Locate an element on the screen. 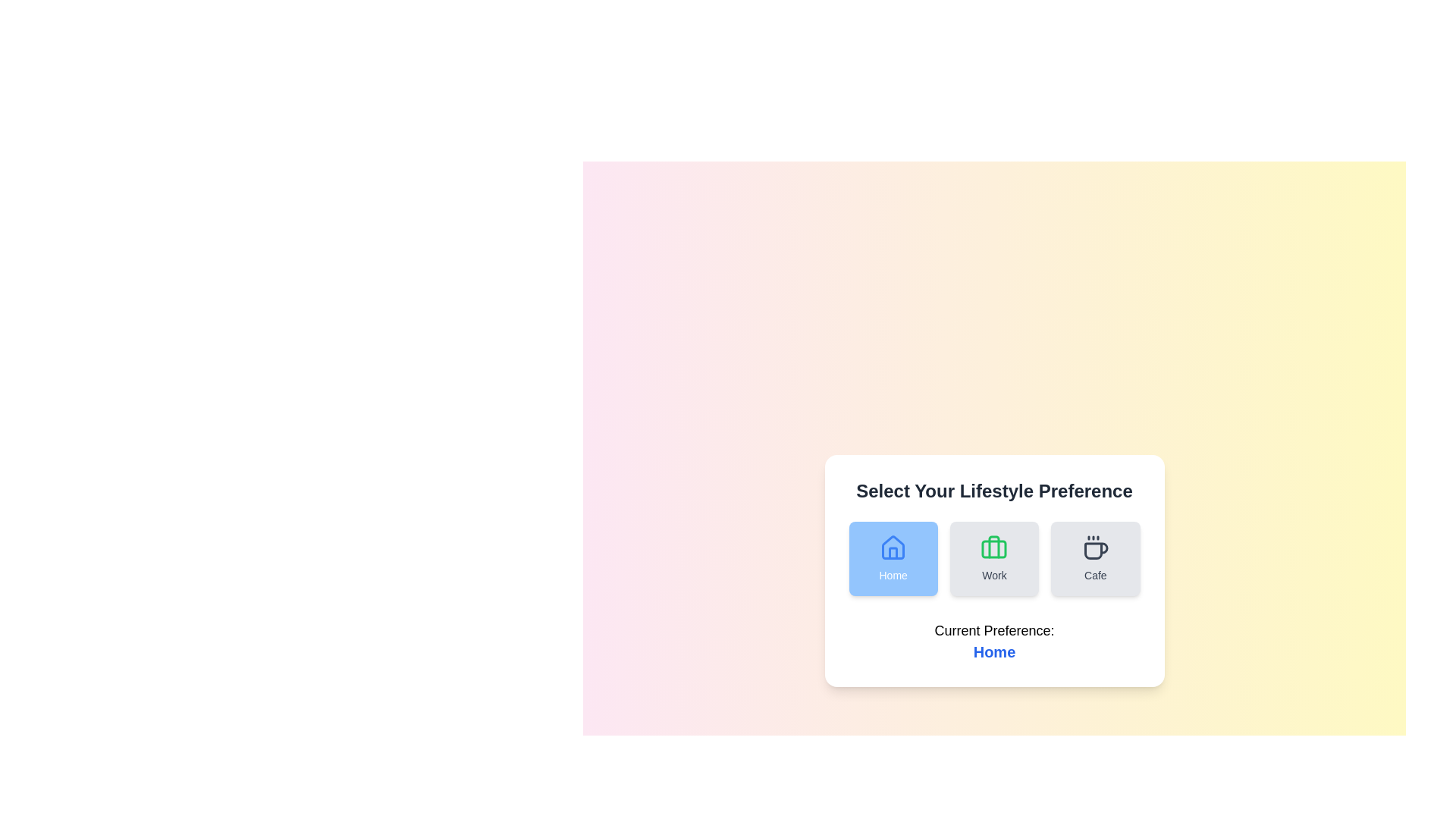  the house icon which is part of the button for selecting the 'Home' lifestyle preference, located centrally in the lower section of the interface is located at coordinates (893, 548).